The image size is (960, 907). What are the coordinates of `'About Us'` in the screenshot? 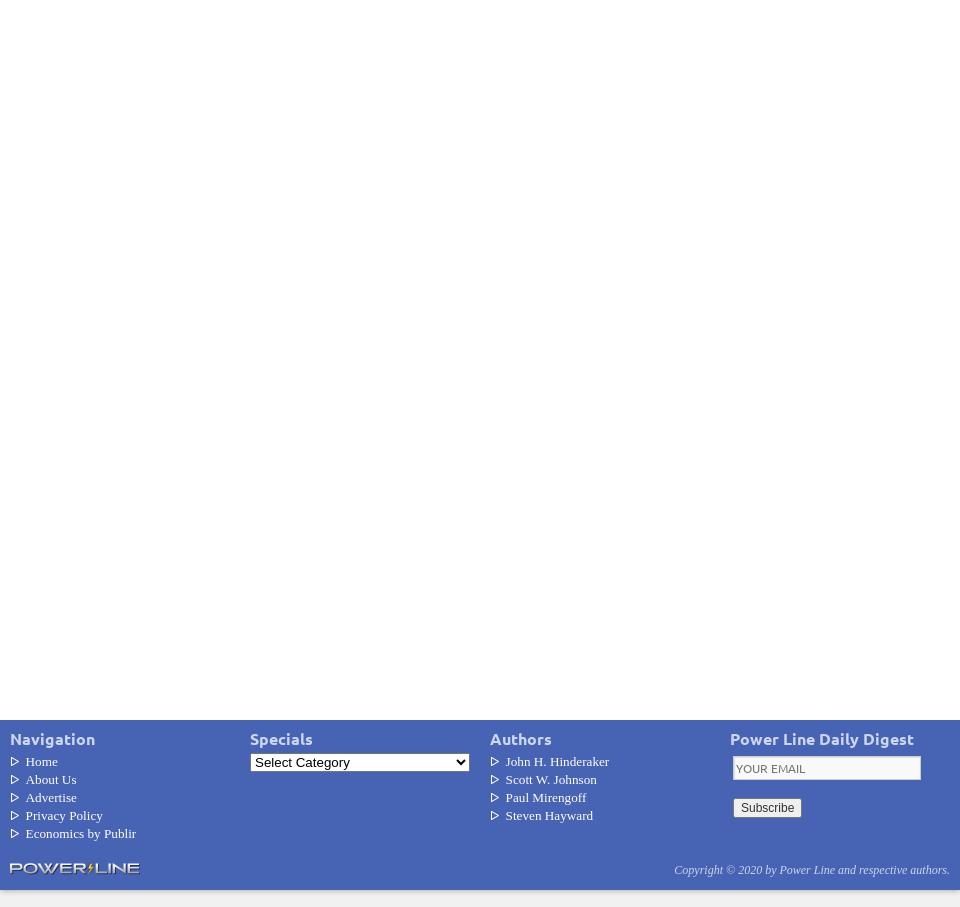 It's located at (49, 777).